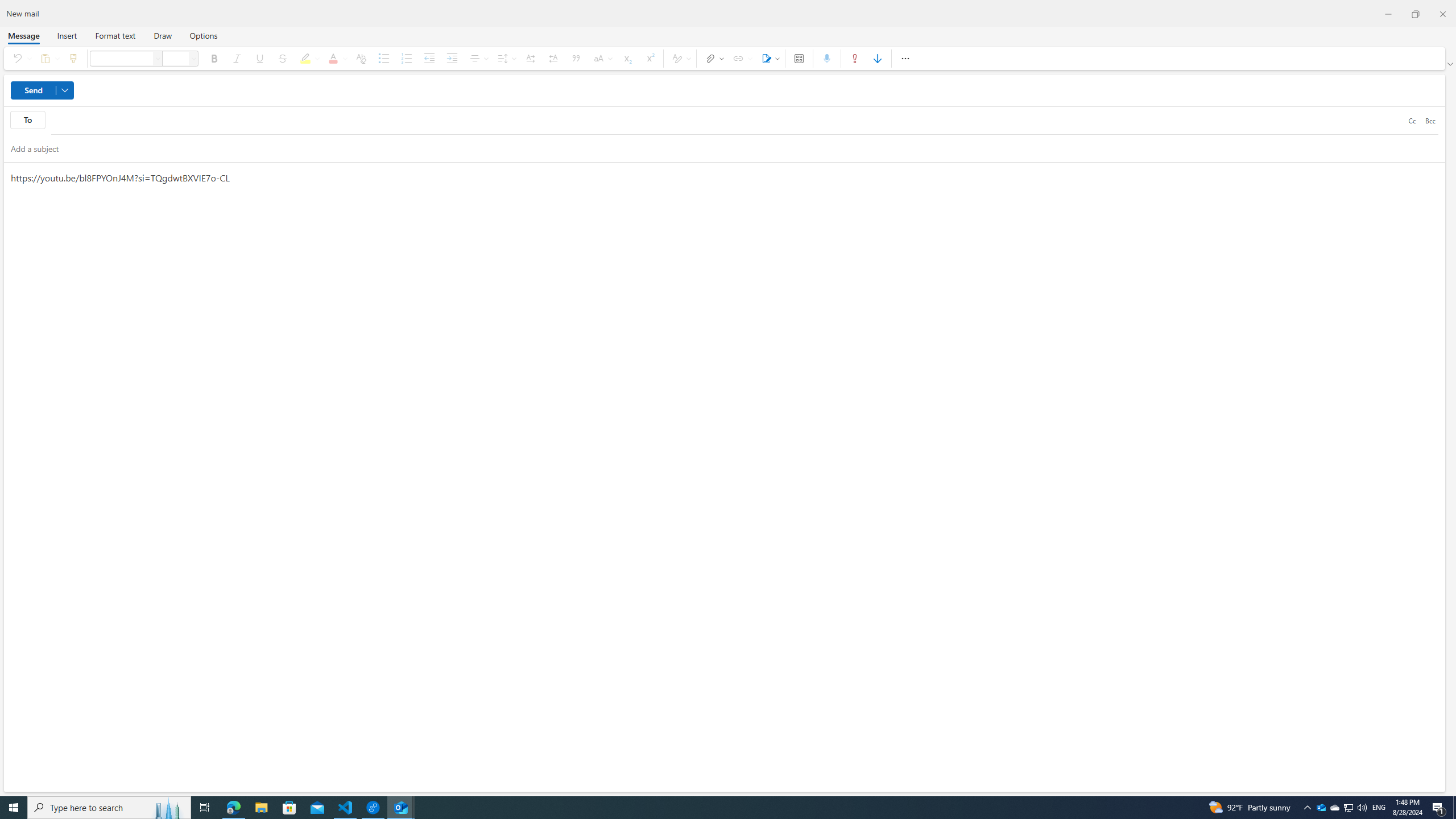 The width and height of the screenshot is (1456, 819). What do you see at coordinates (73, 58) in the screenshot?
I see `'Format painter'` at bounding box center [73, 58].